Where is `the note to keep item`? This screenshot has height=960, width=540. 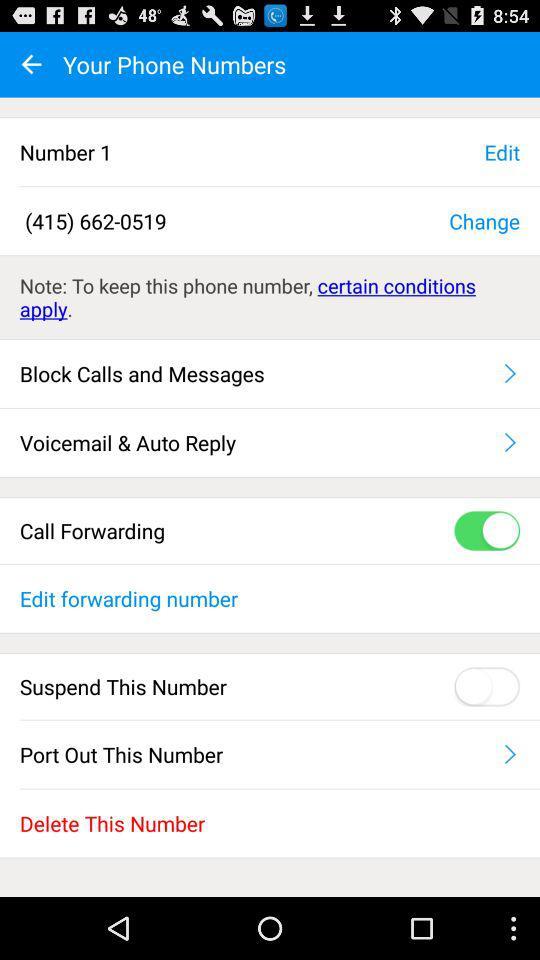 the note to keep item is located at coordinates (270, 296).